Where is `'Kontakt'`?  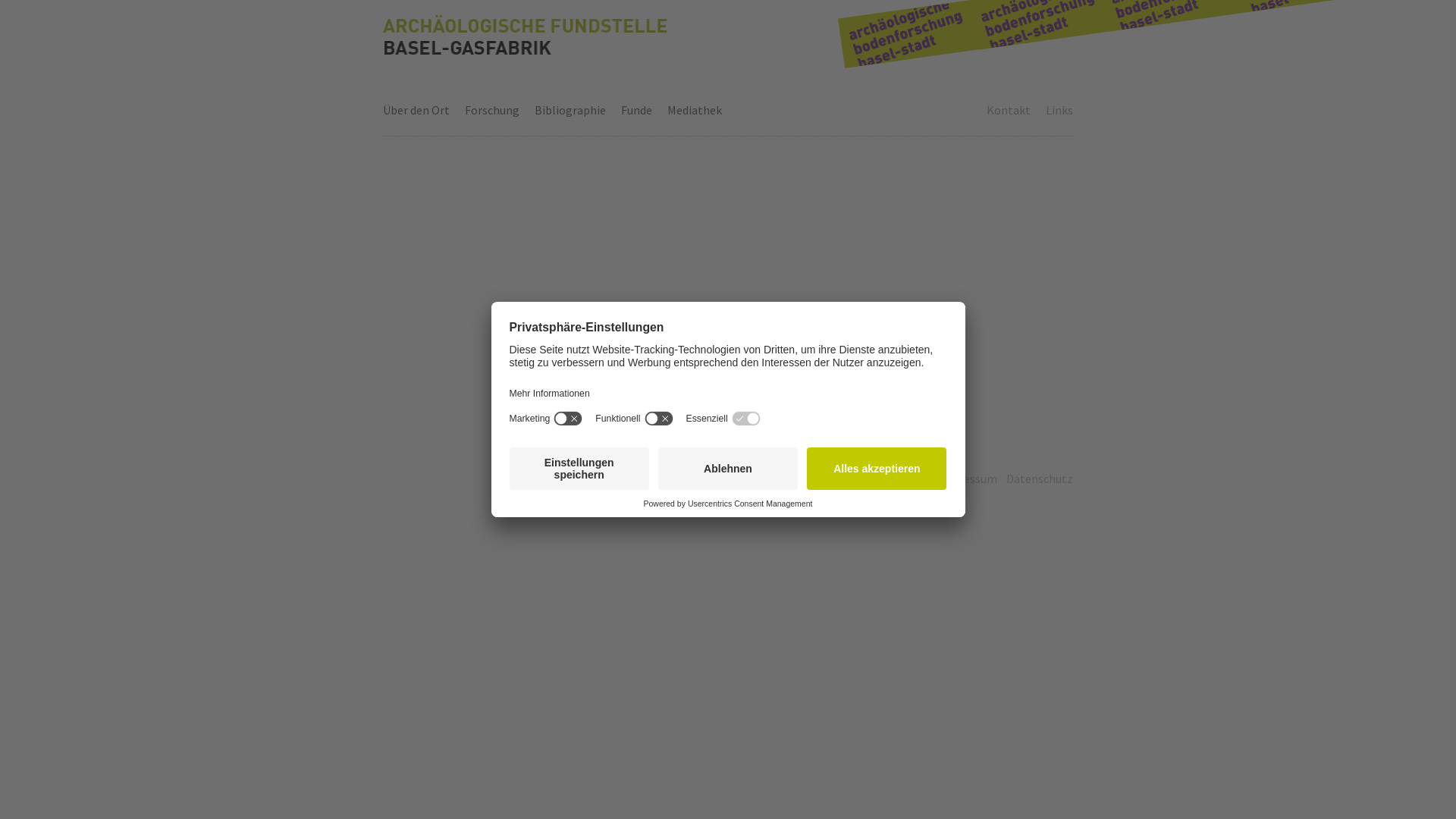 'Kontakt' is located at coordinates (979, 109).